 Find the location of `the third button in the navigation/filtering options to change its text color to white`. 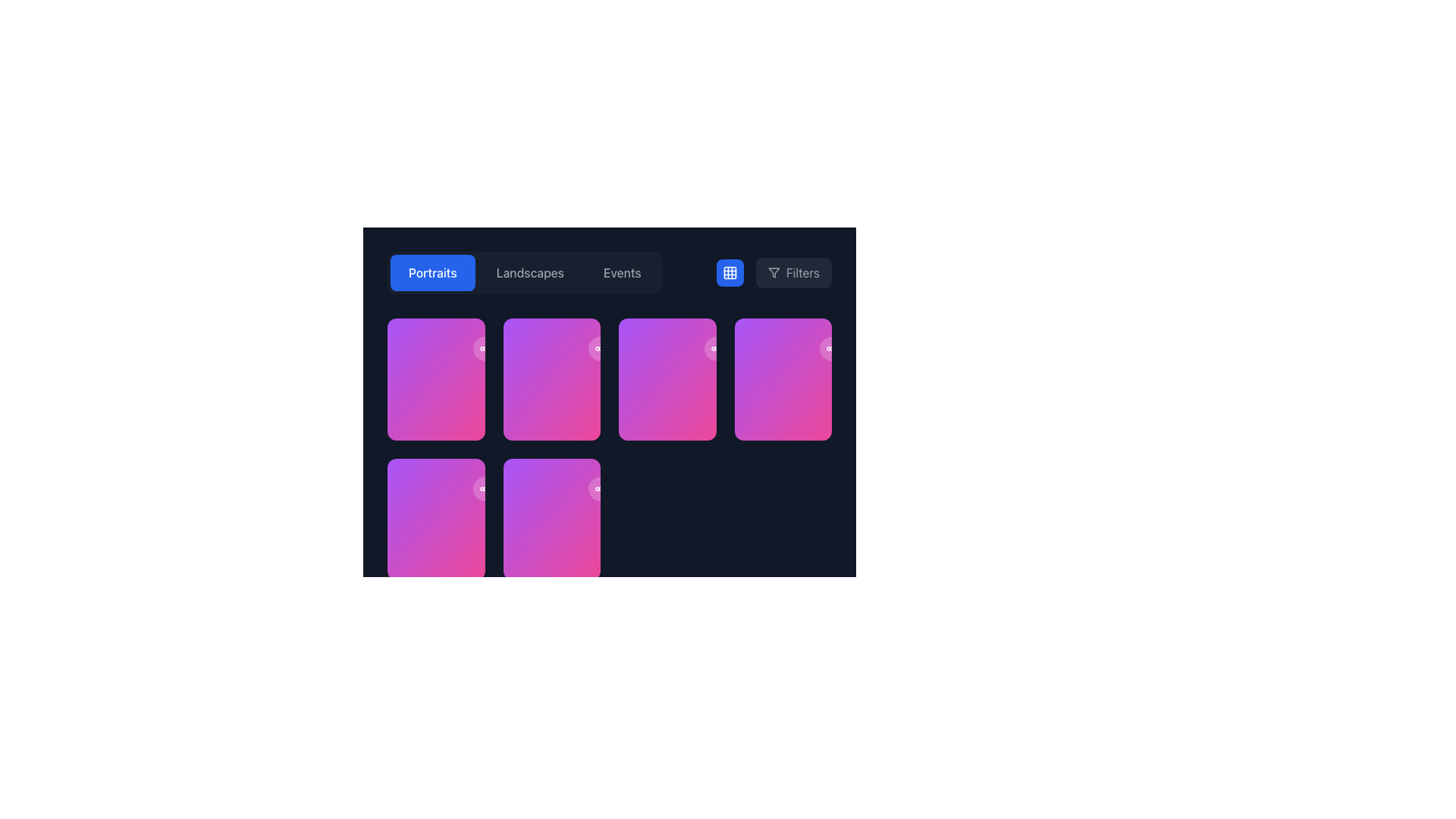

the third button in the navigation/filtering options to change its text color to white is located at coordinates (622, 271).